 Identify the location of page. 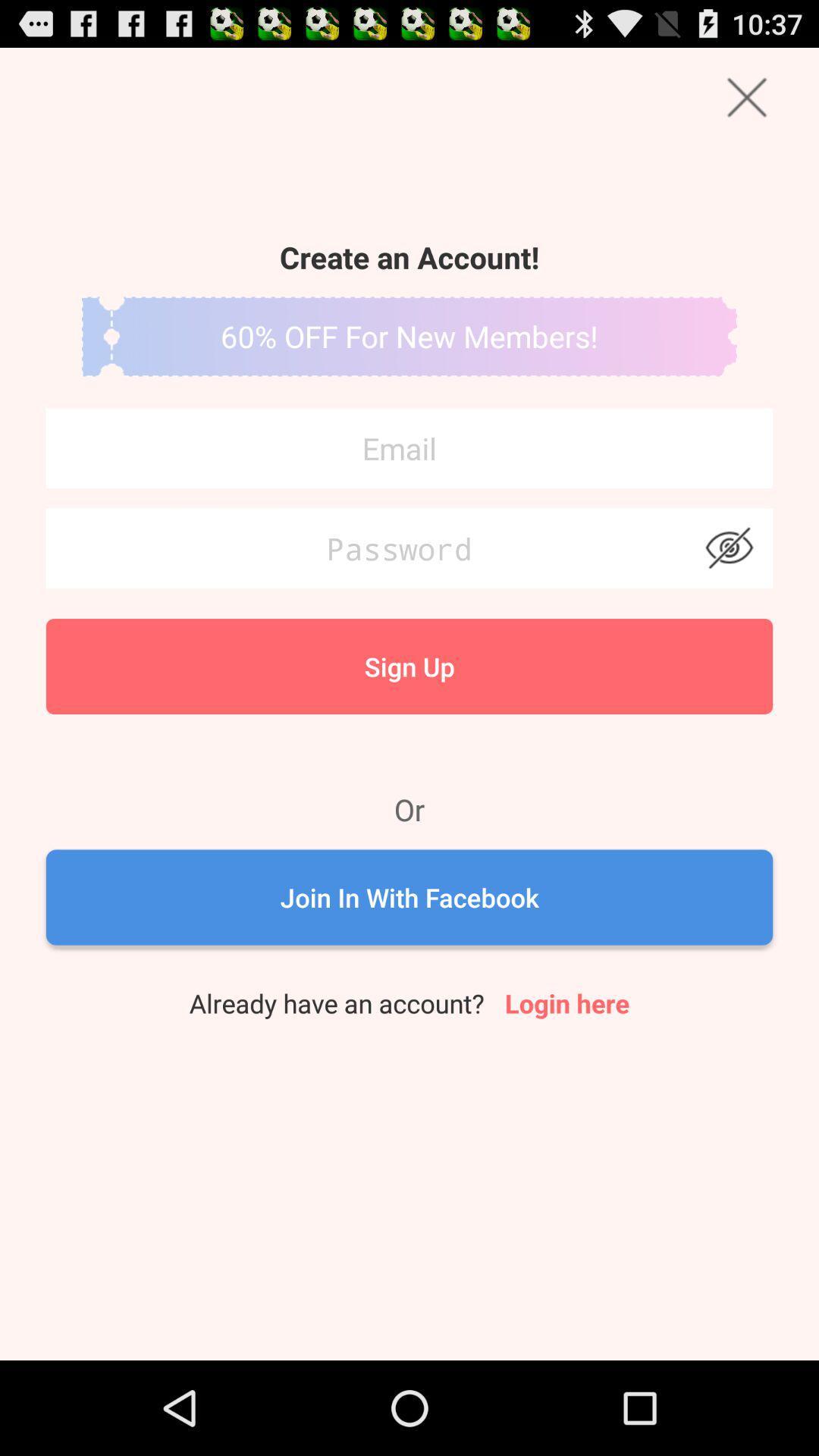
(746, 96).